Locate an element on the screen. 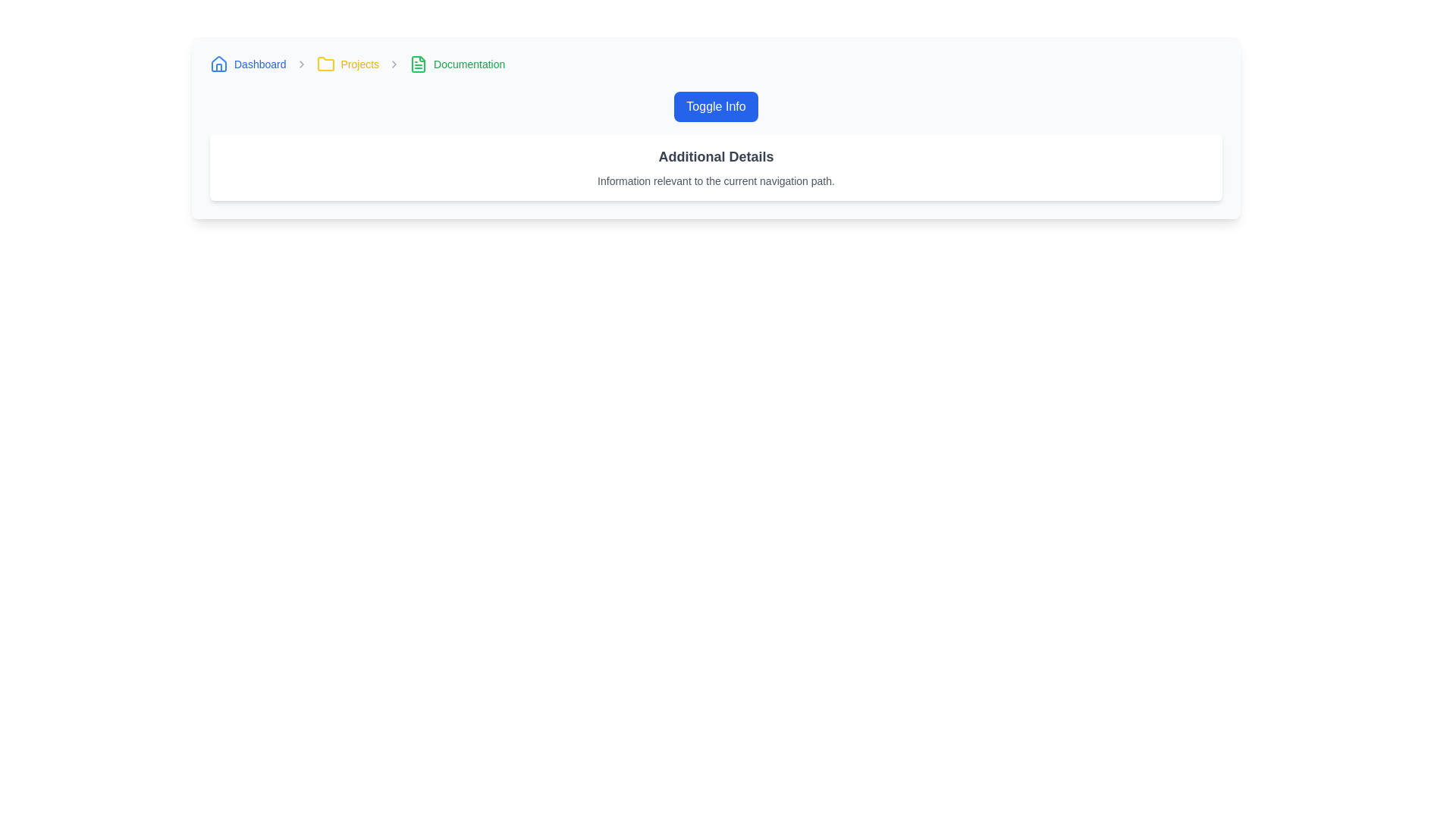  properties of the right-pointing arrow icon located in the breadcrumb navigation bar between 'Projects' and 'Documentation' is located at coordinates (394, 63).